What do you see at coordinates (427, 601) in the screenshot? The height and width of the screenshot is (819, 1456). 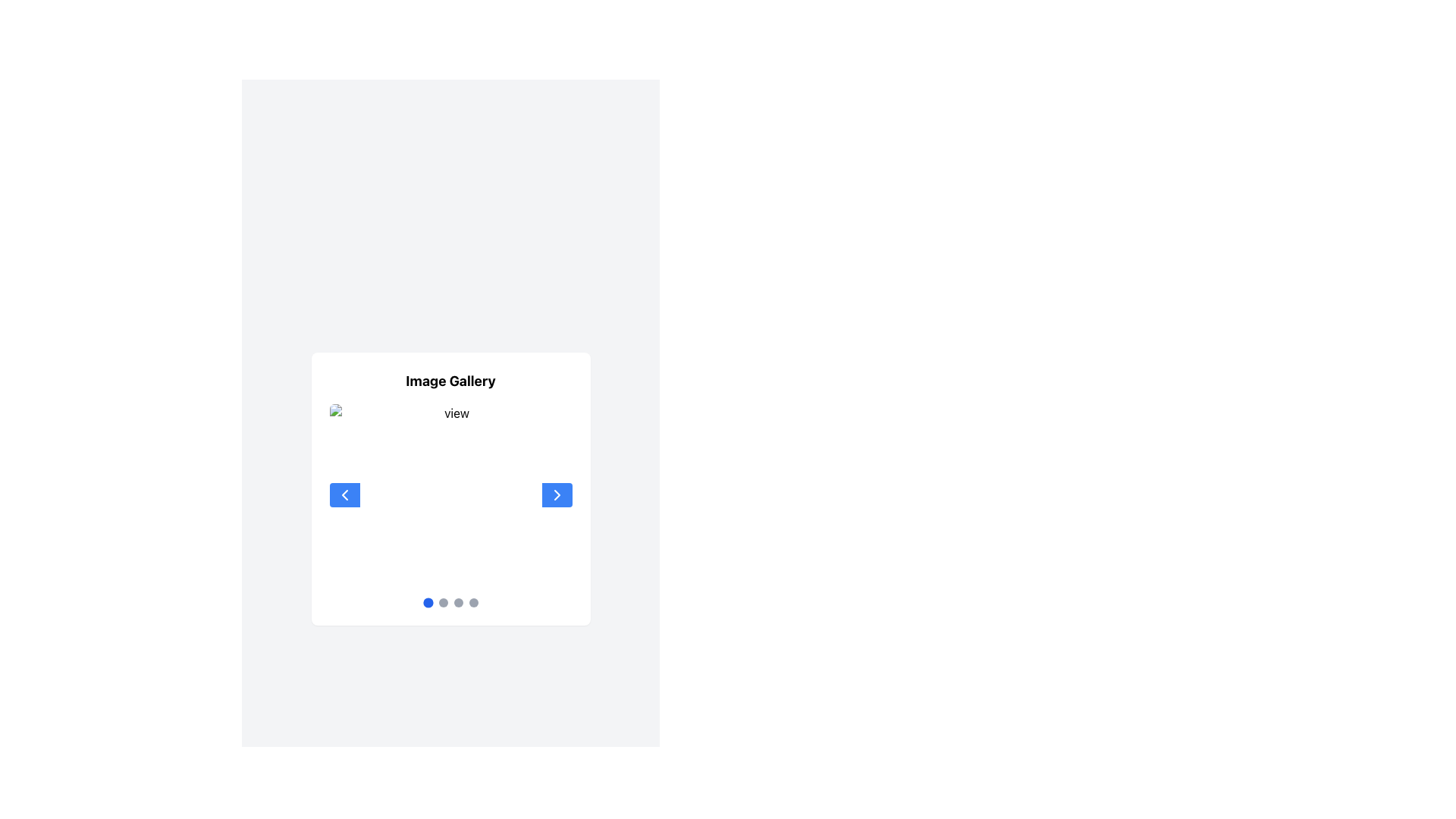 I see `the first circular carousel indicator located at the center-bottom section of the white card interface to change the active carousel slide` at bounding box center [427, 601].